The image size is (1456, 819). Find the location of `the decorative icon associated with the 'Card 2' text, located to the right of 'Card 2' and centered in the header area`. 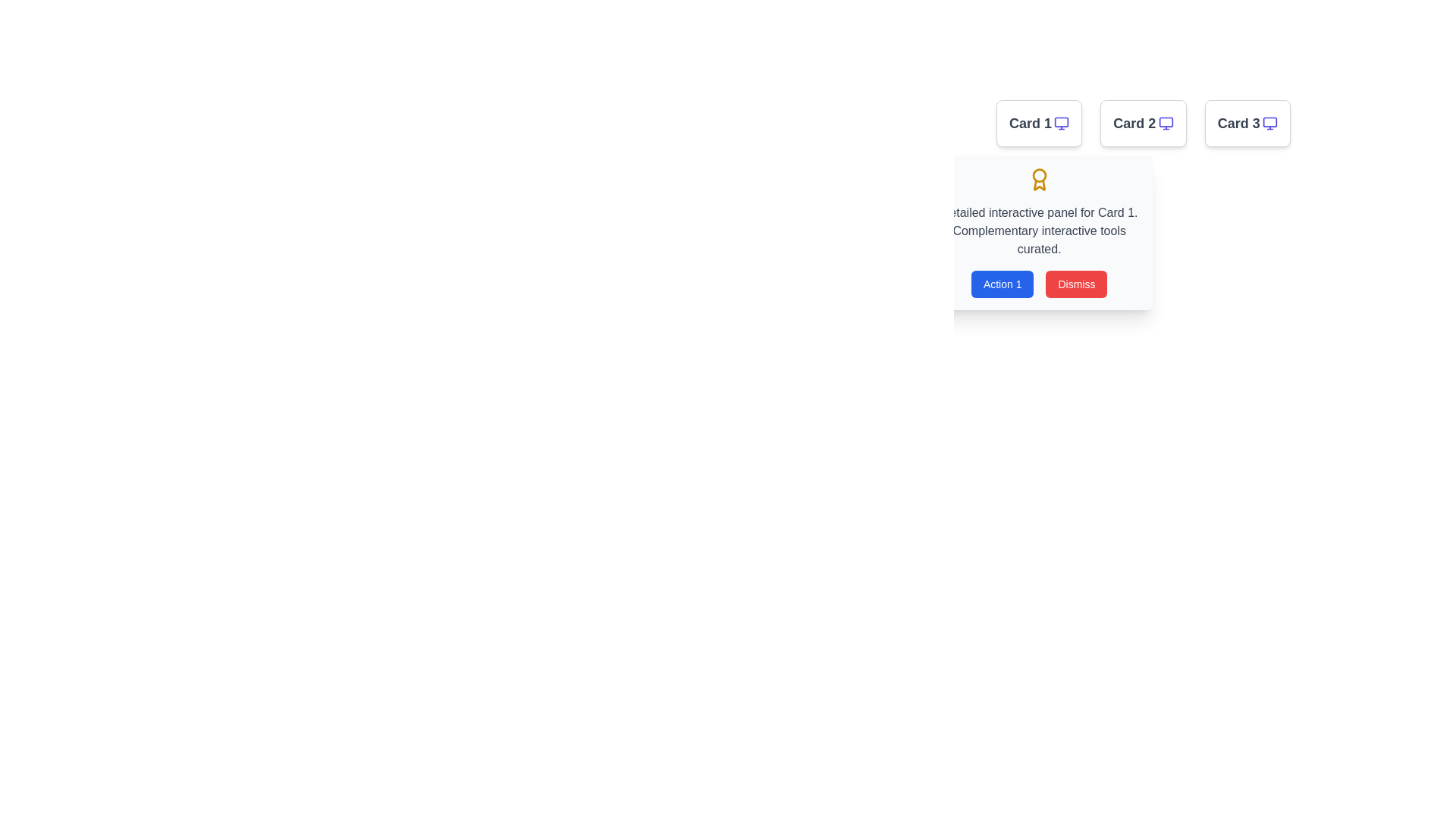

the decorative icon associated with the 'Card 2' text, located to the right of 'Card 2' and centered in the header area is located at coordinates (1165, 122).